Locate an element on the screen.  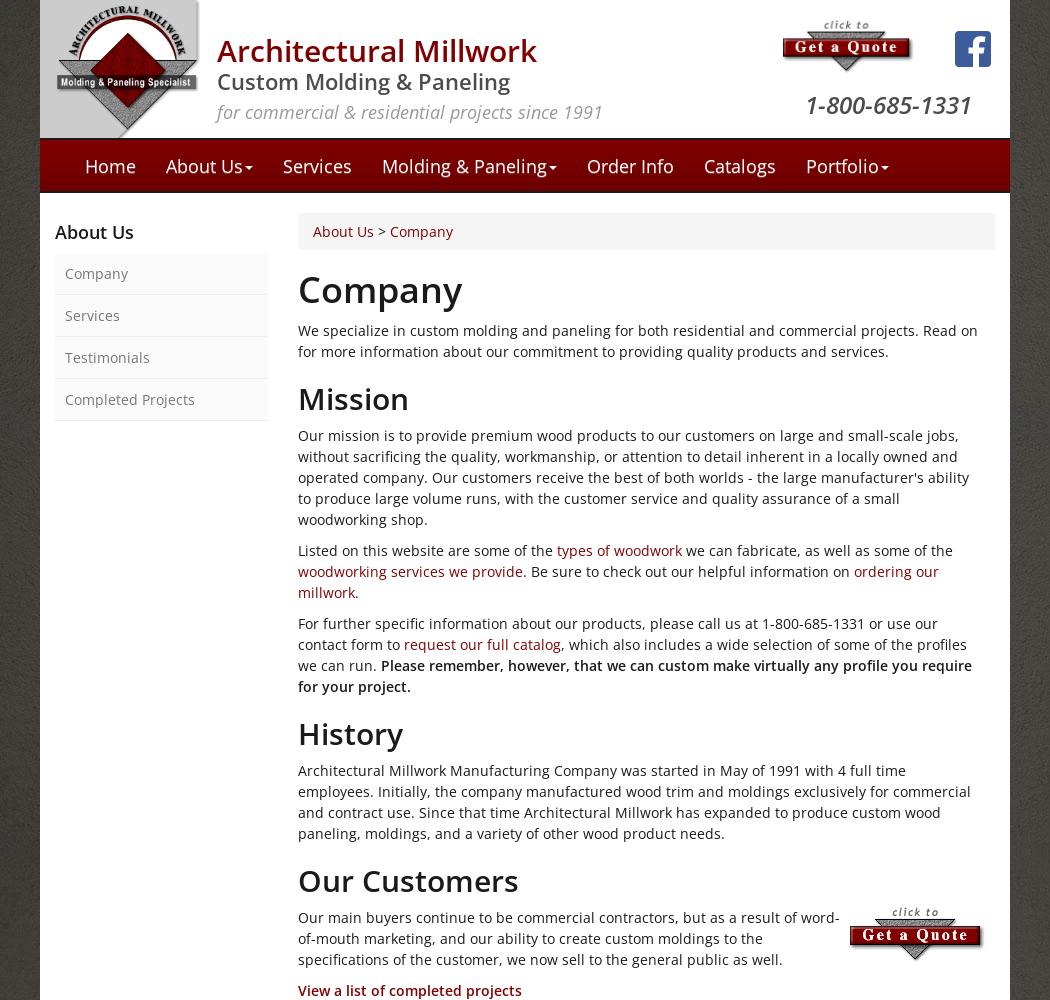
'Our main buyers continue to be commercial contractors, but as a result of word-of-mouth marketing, and our ability to create custom moldings to the specifications of the customer, we now sell to the general public as well.' is located at coordinates (567, 937).